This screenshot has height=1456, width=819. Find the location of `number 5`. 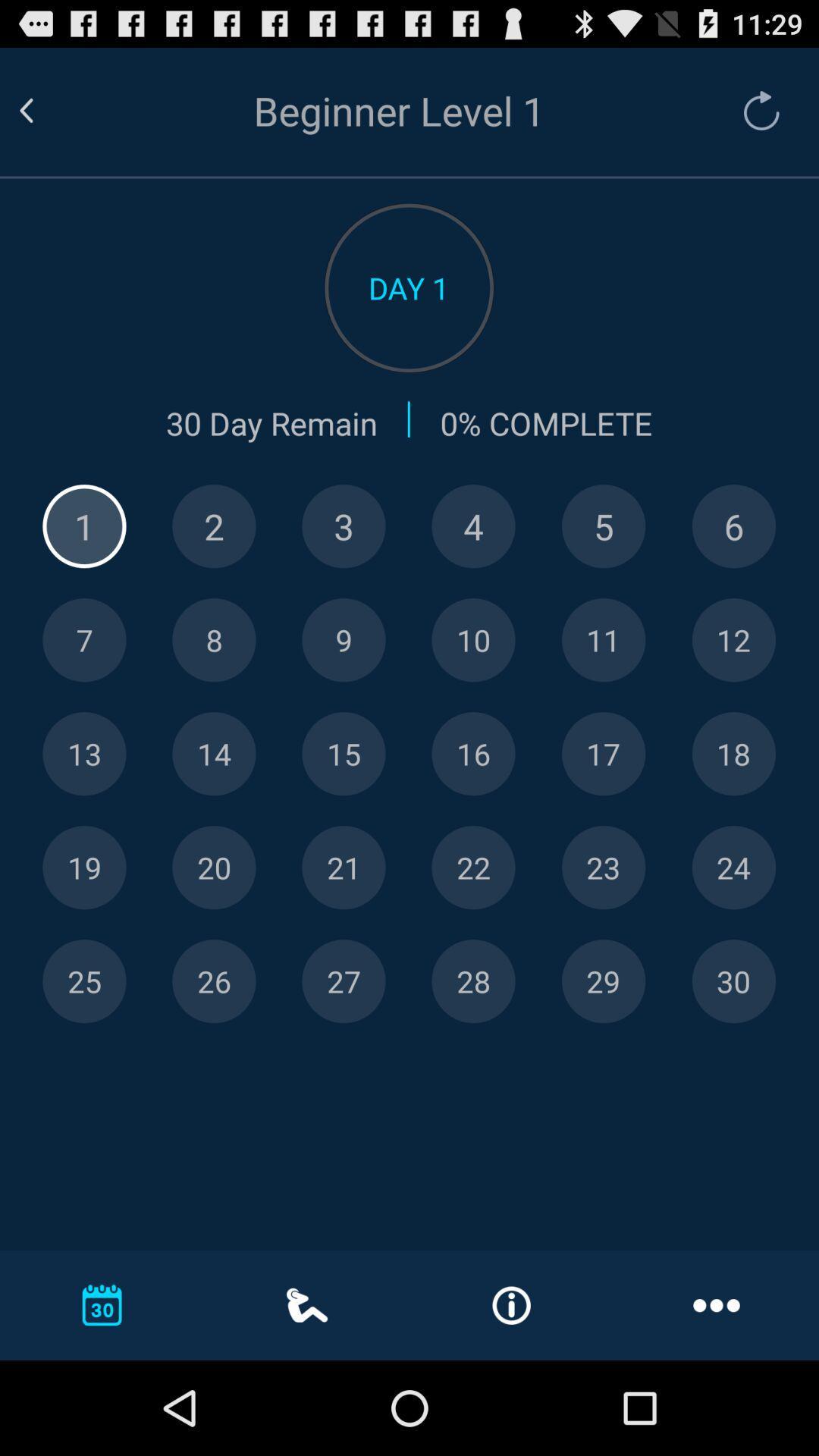

number 5 is located at coordinates (603, 526).